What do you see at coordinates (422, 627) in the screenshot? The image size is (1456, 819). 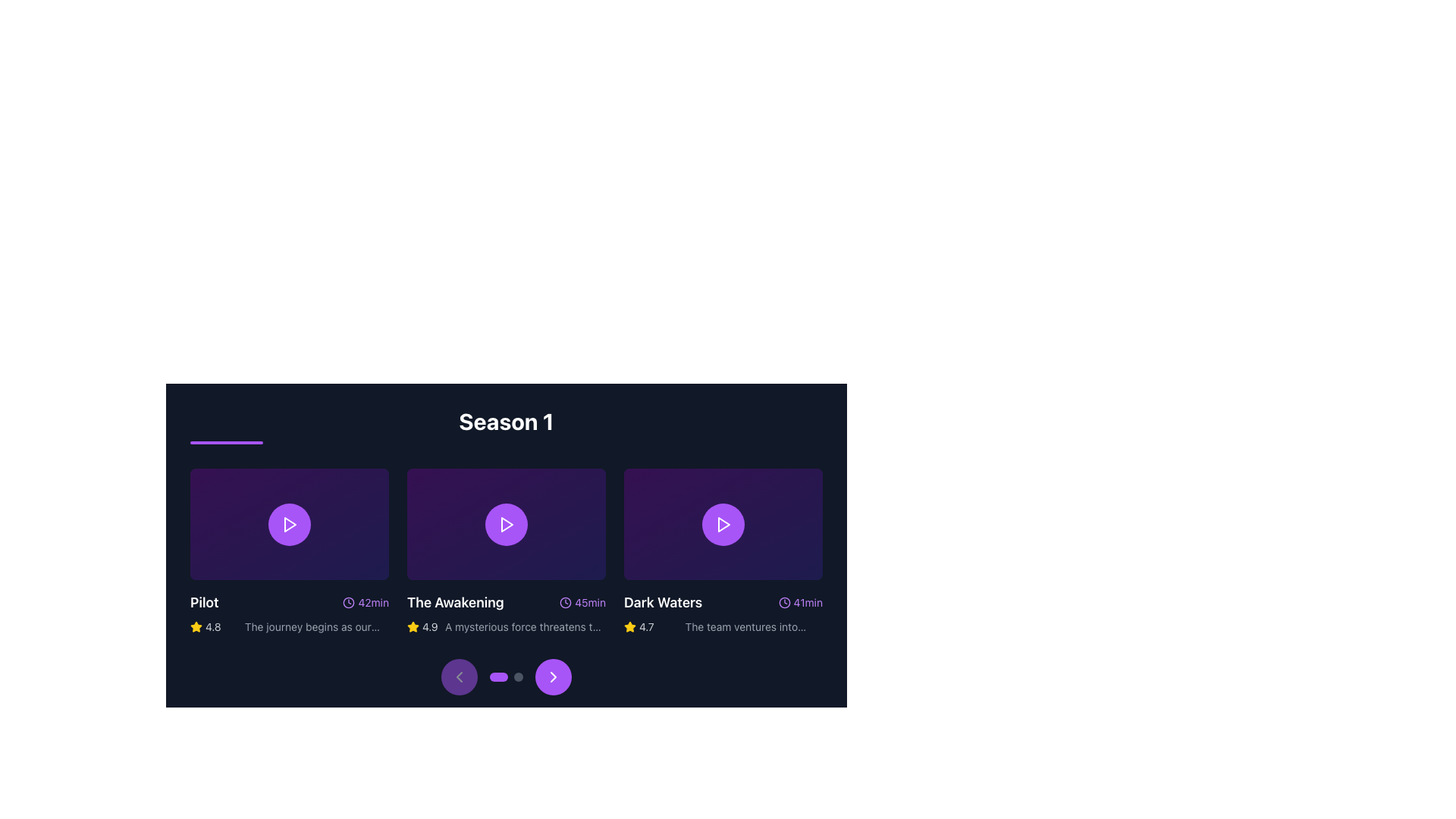 I see `the star icon of the Rating indicator located below the episode titled 'The Awakening', which displays the episode's average rating` at bounding box center [422, 627].